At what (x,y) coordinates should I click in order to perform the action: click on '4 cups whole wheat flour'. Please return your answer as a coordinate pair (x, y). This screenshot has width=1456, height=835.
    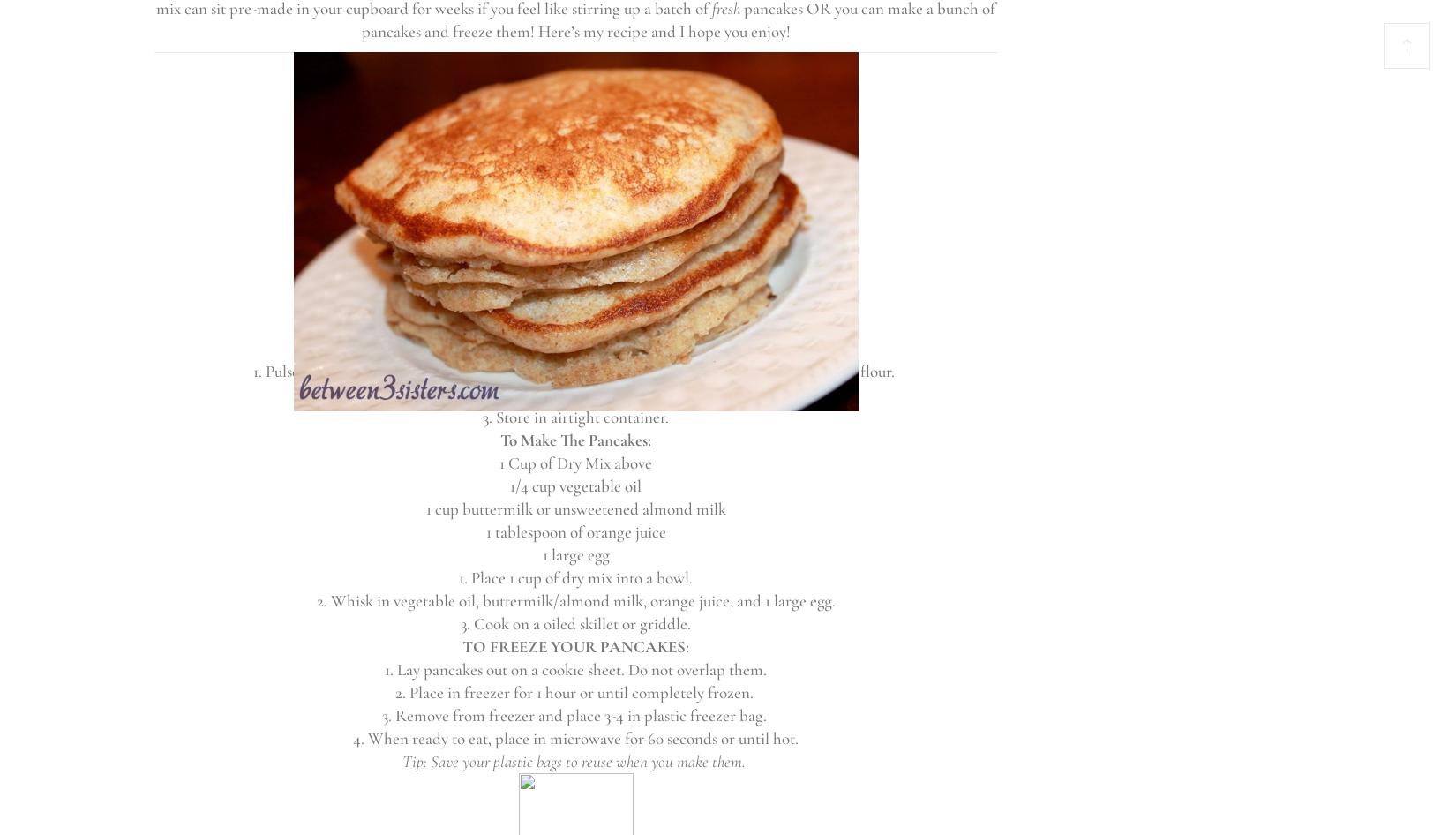
    Looking at the image, I should click on (493, 209).